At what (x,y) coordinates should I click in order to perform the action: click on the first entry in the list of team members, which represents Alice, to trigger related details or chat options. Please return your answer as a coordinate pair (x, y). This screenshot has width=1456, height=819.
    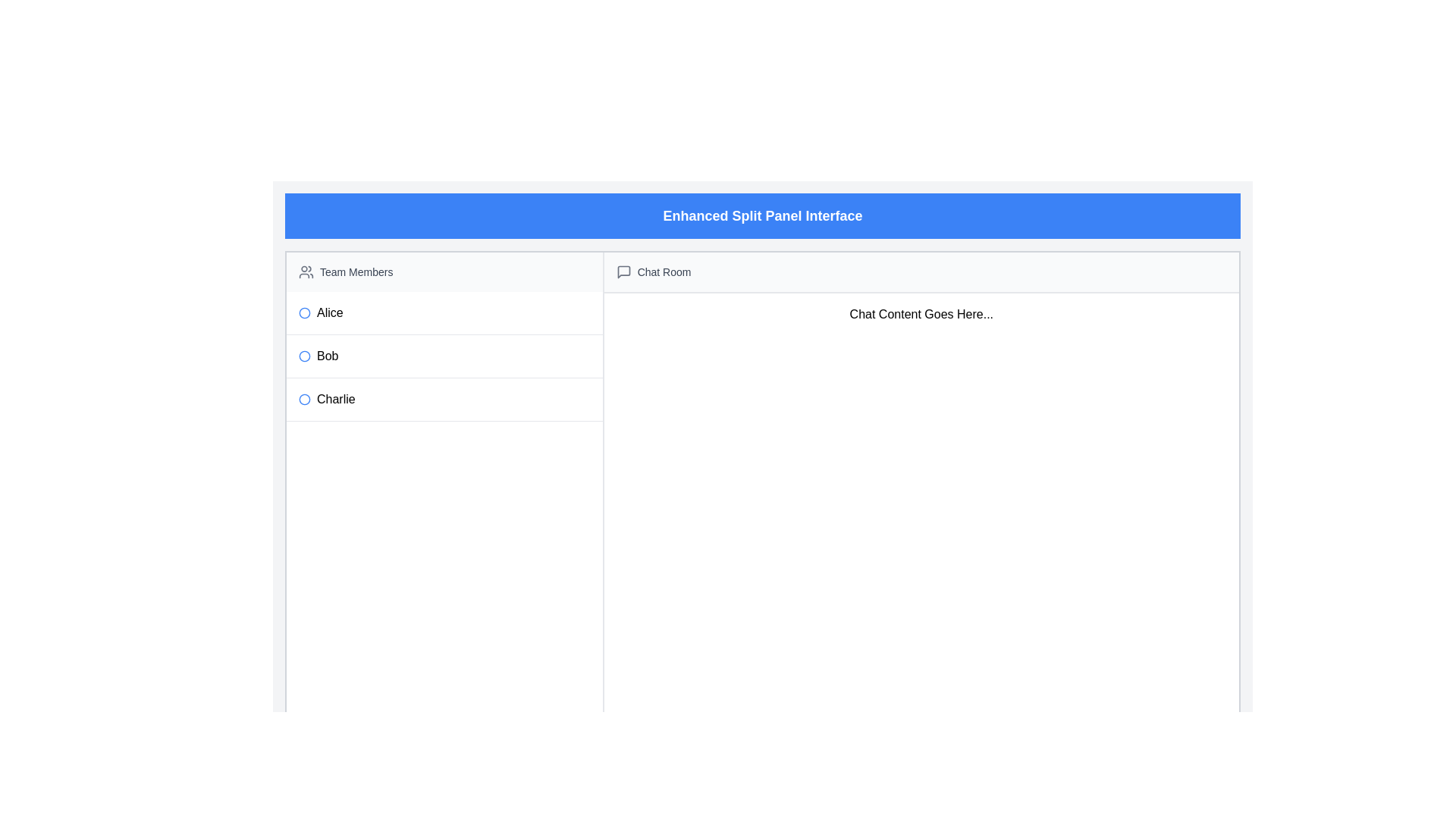
    Looking at the image, I should click on (444, 312).